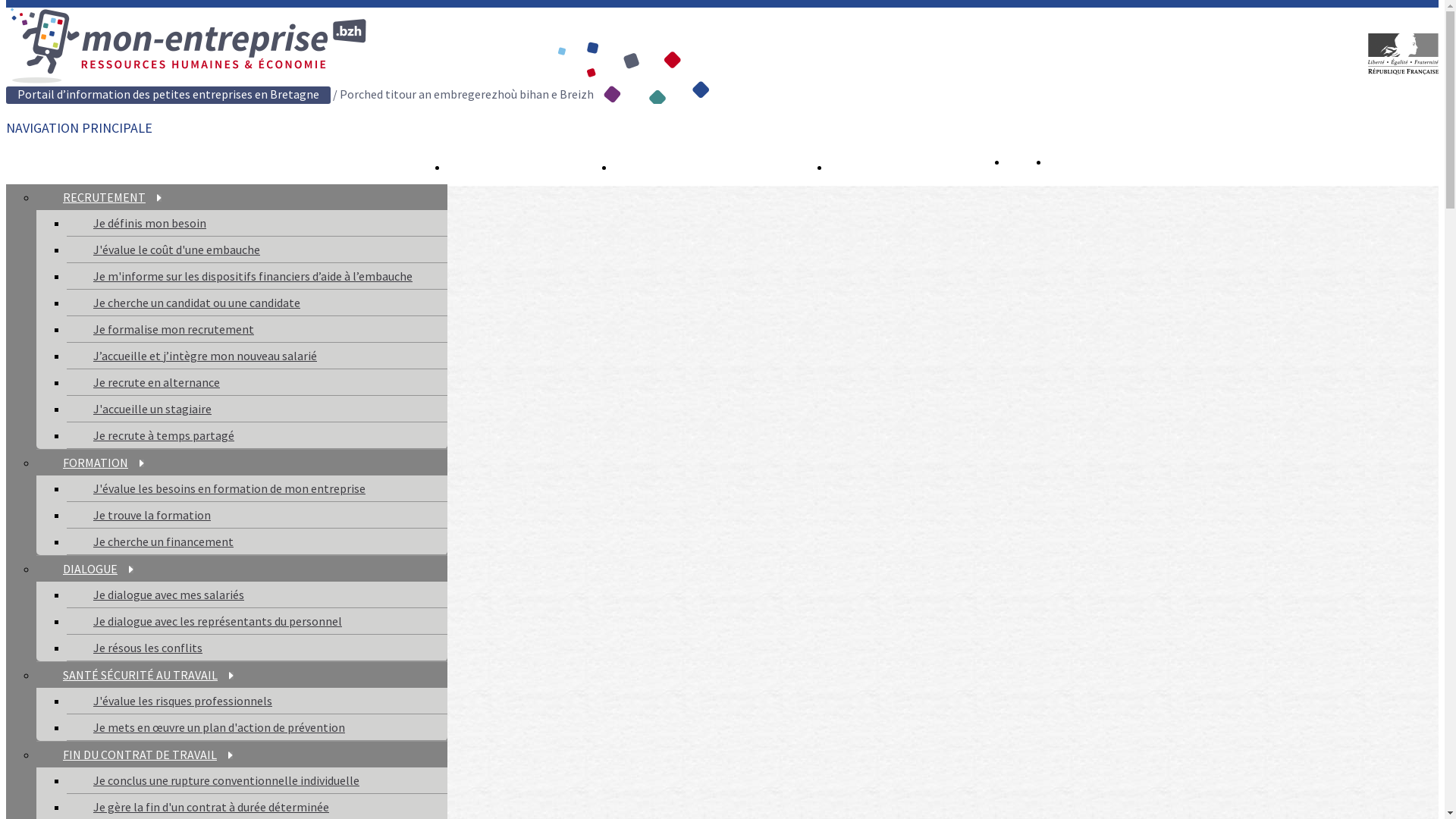 The width and height of the screenshot is (1456, 819). I want to click on 'J'accueille un stagiaire', so click(152, 408).